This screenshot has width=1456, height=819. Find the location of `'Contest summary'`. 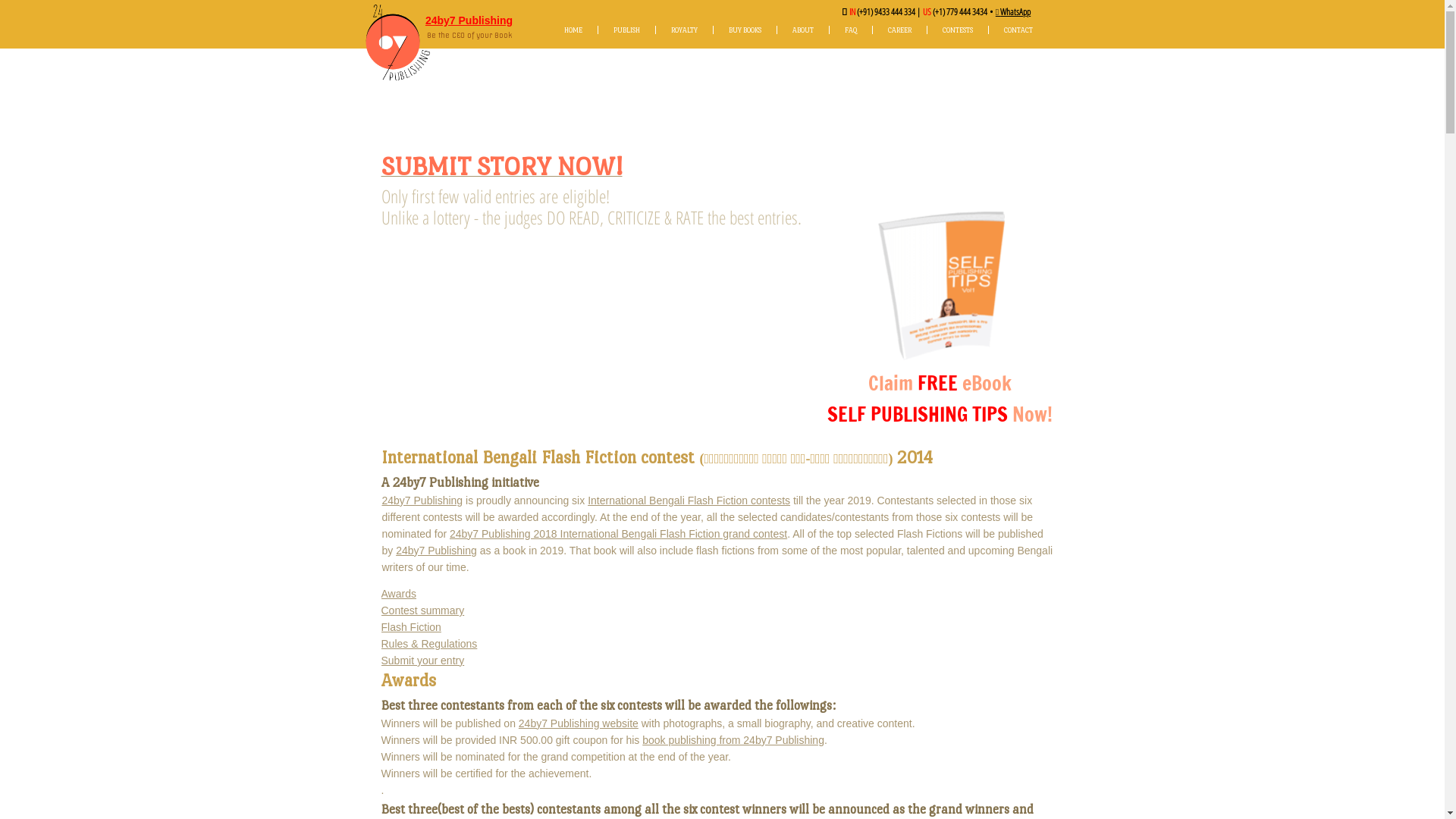

'Contest summary' is located at coordinates (422, 610).